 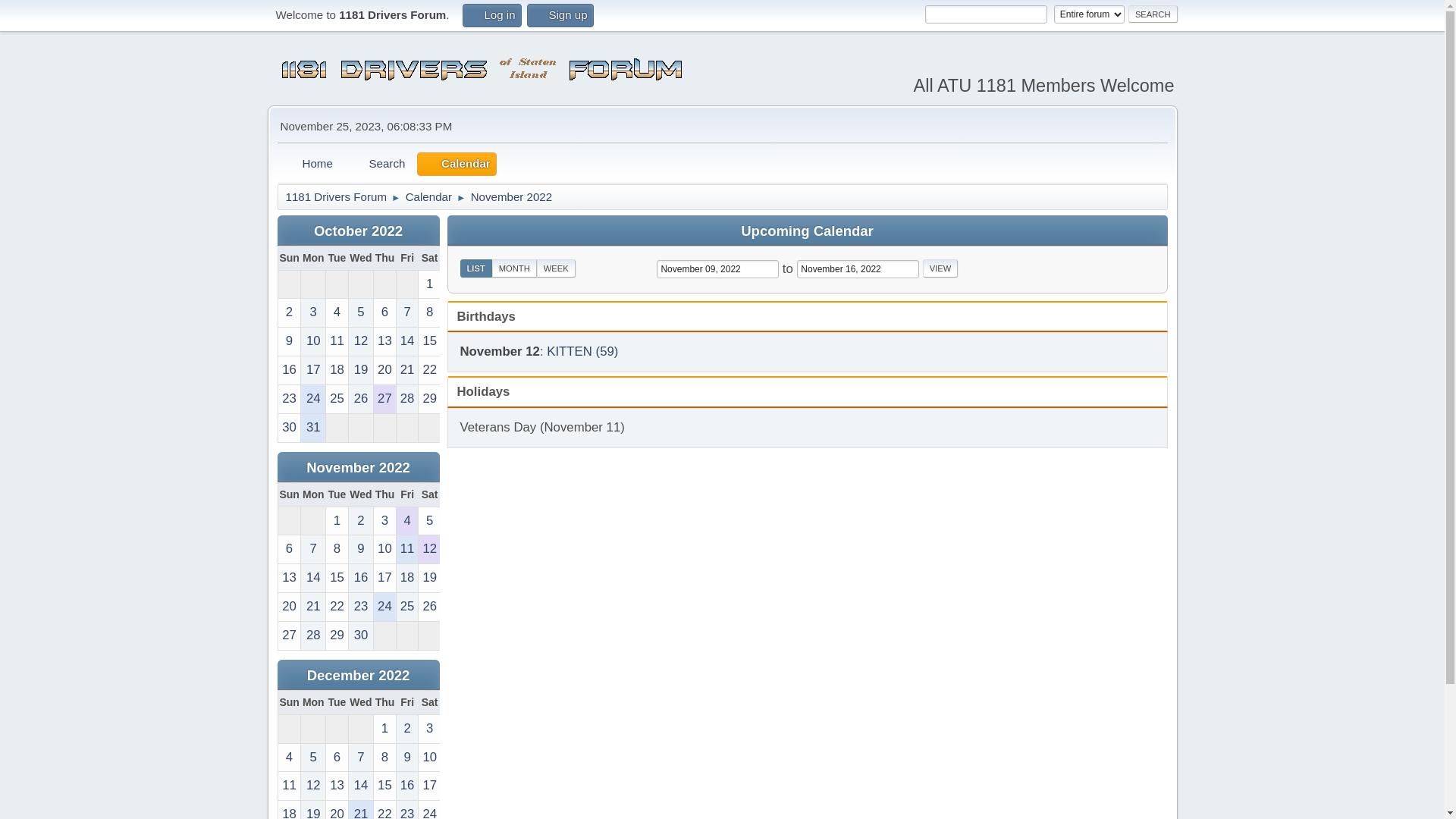 I want to click on 'November 2022', so click(x=357, y=466).